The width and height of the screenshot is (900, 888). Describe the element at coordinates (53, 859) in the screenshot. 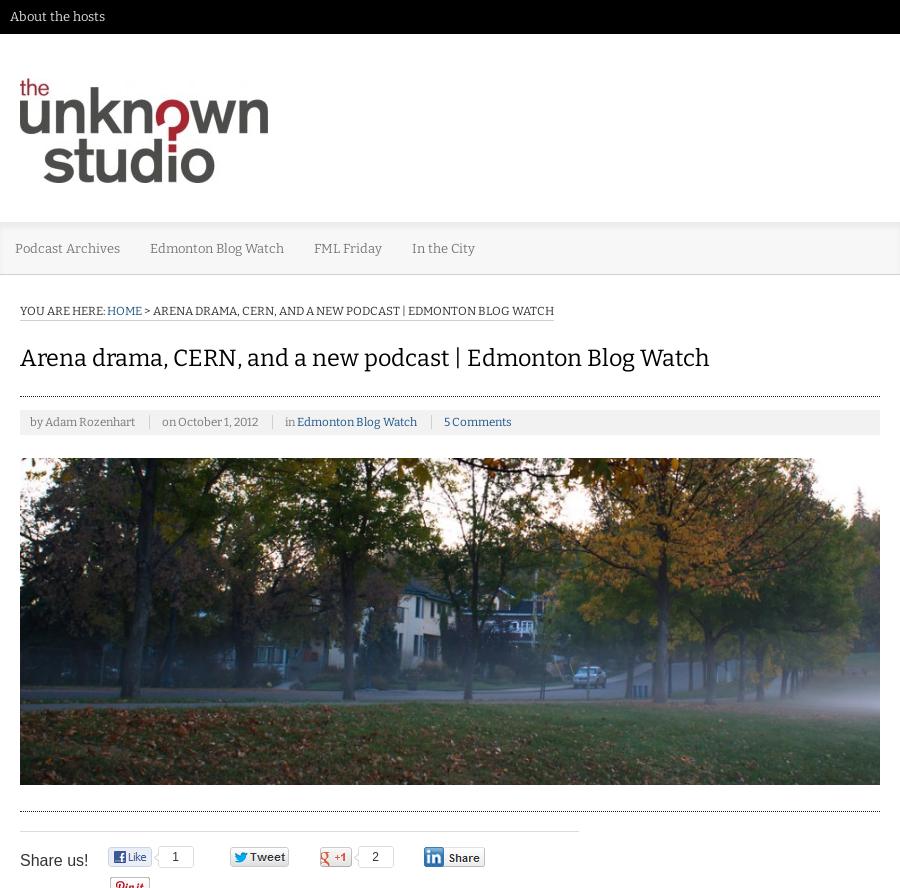

I see `'Share us!'` at that location.